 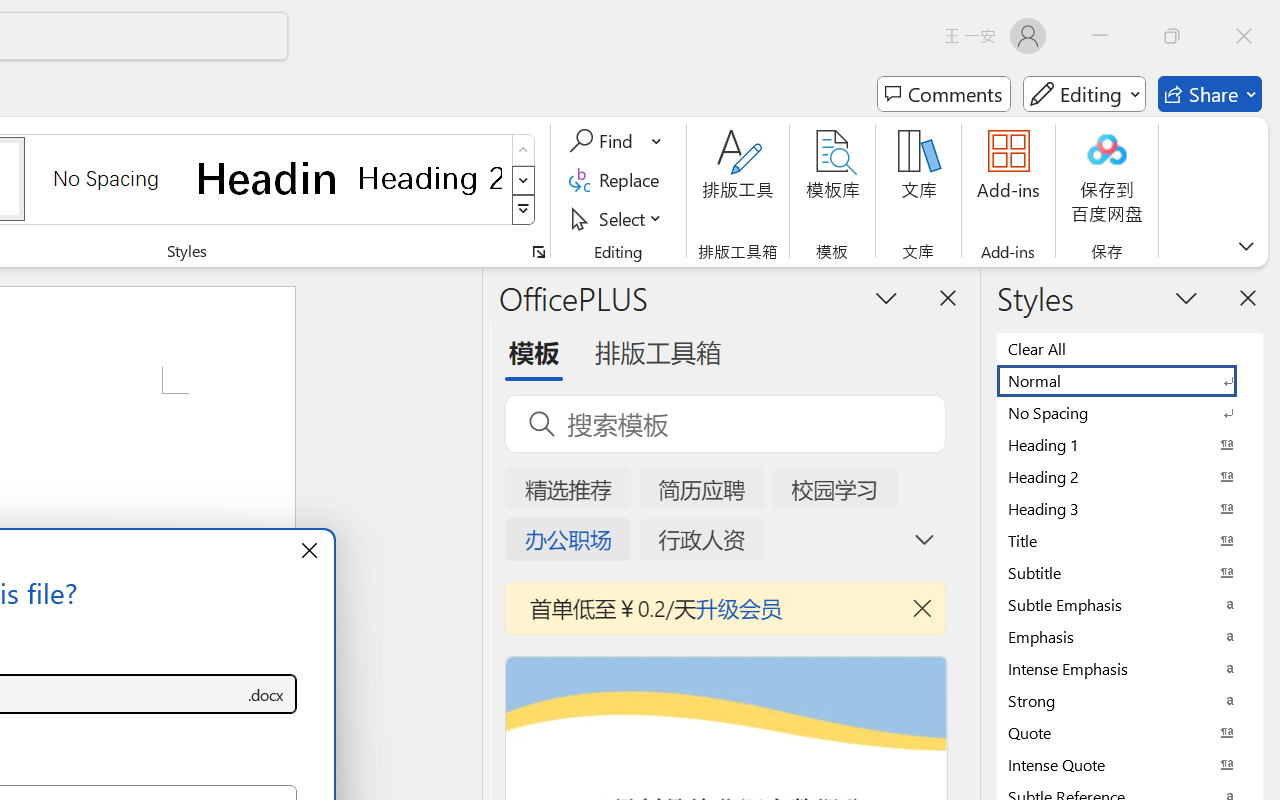 I want to click on 'Share', so click(x=1209, y=94).